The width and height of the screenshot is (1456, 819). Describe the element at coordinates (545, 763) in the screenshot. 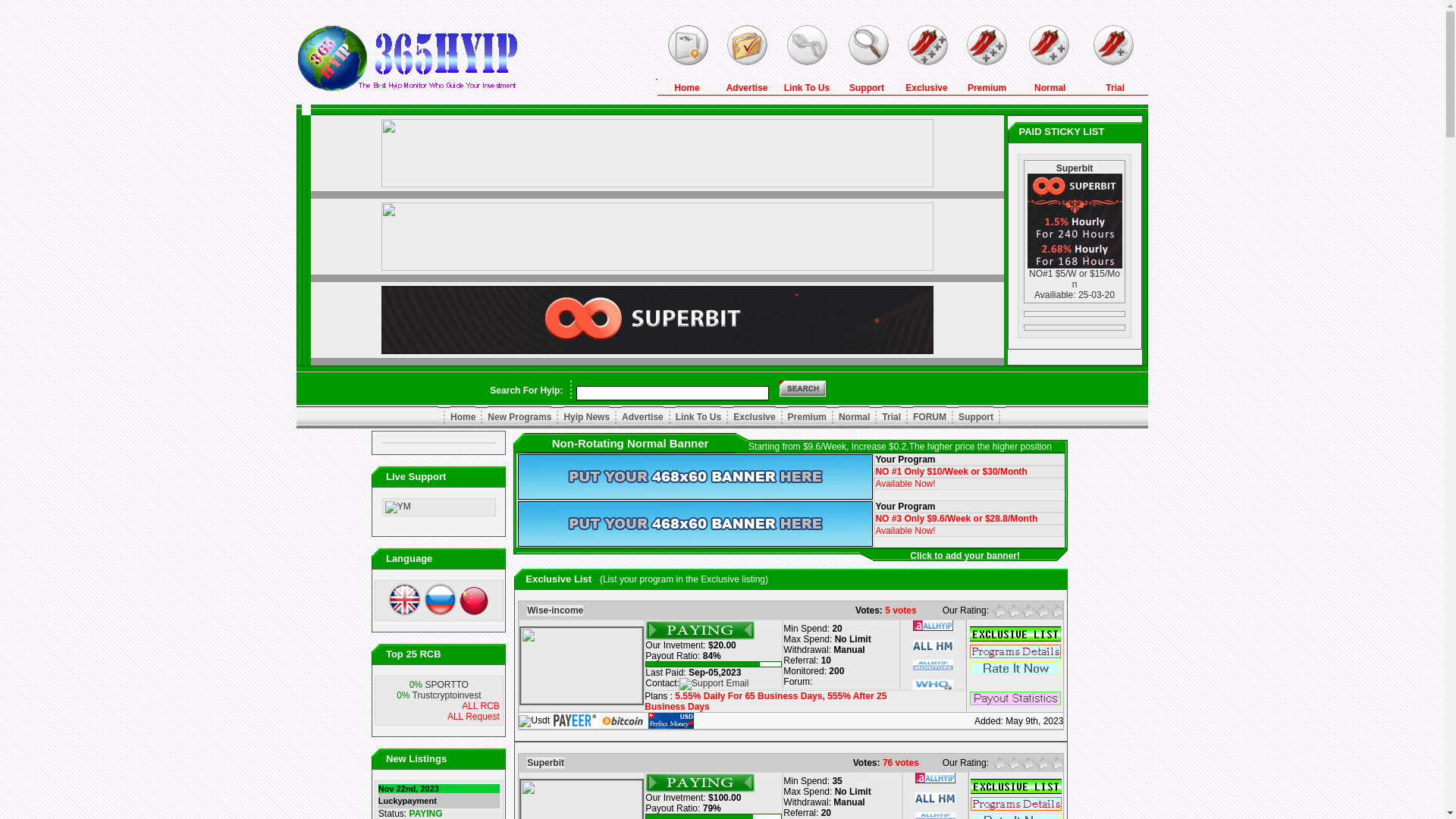

I see `'Superbit'` at that location.